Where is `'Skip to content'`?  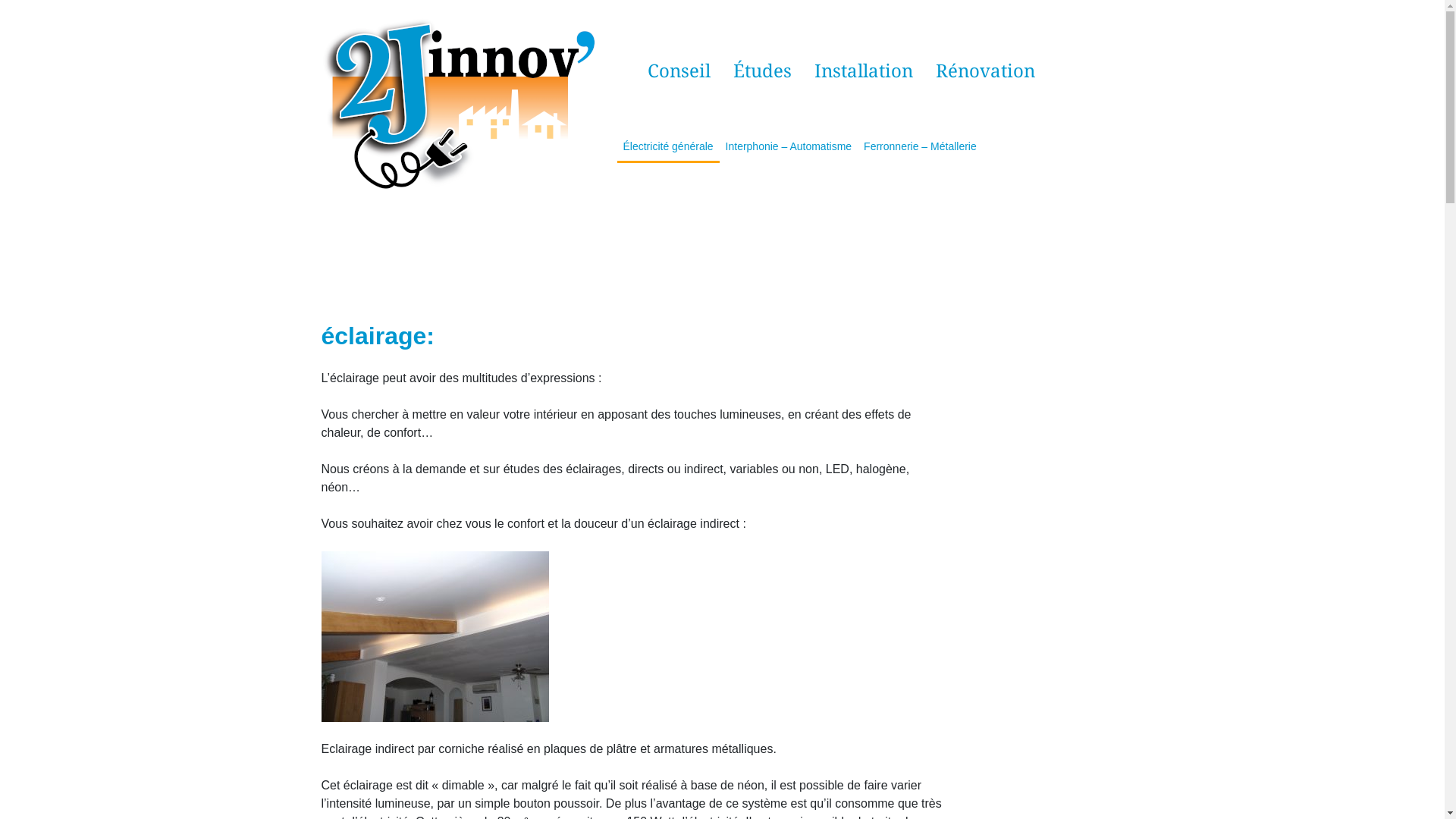
'Skip to content' is located at coordinates (0, 0).